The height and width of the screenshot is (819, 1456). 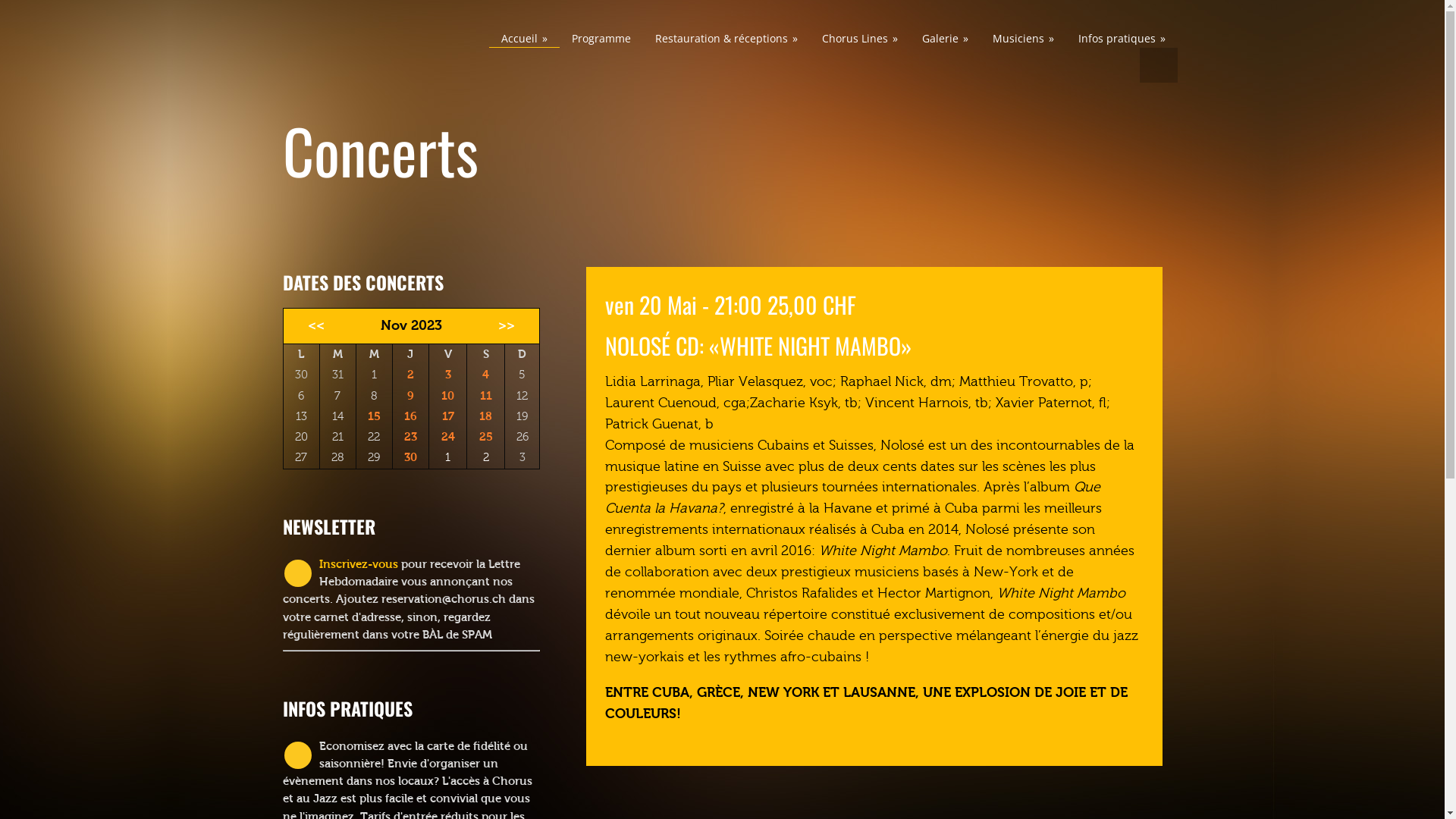 What do you see at coordinates (410, 436) in the screenshot?
I see `'23'` at bounding box center [410, 436].